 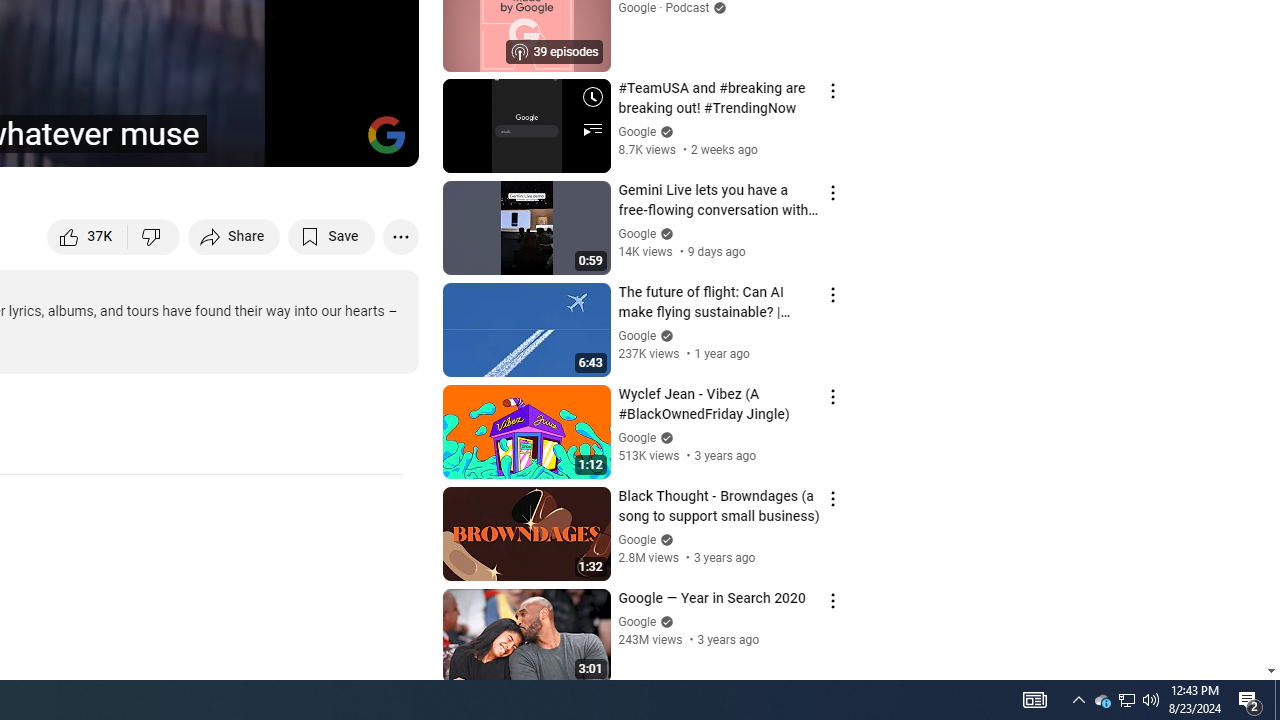 I want to click on 'Dislike this video', so click(x=153, y=235).